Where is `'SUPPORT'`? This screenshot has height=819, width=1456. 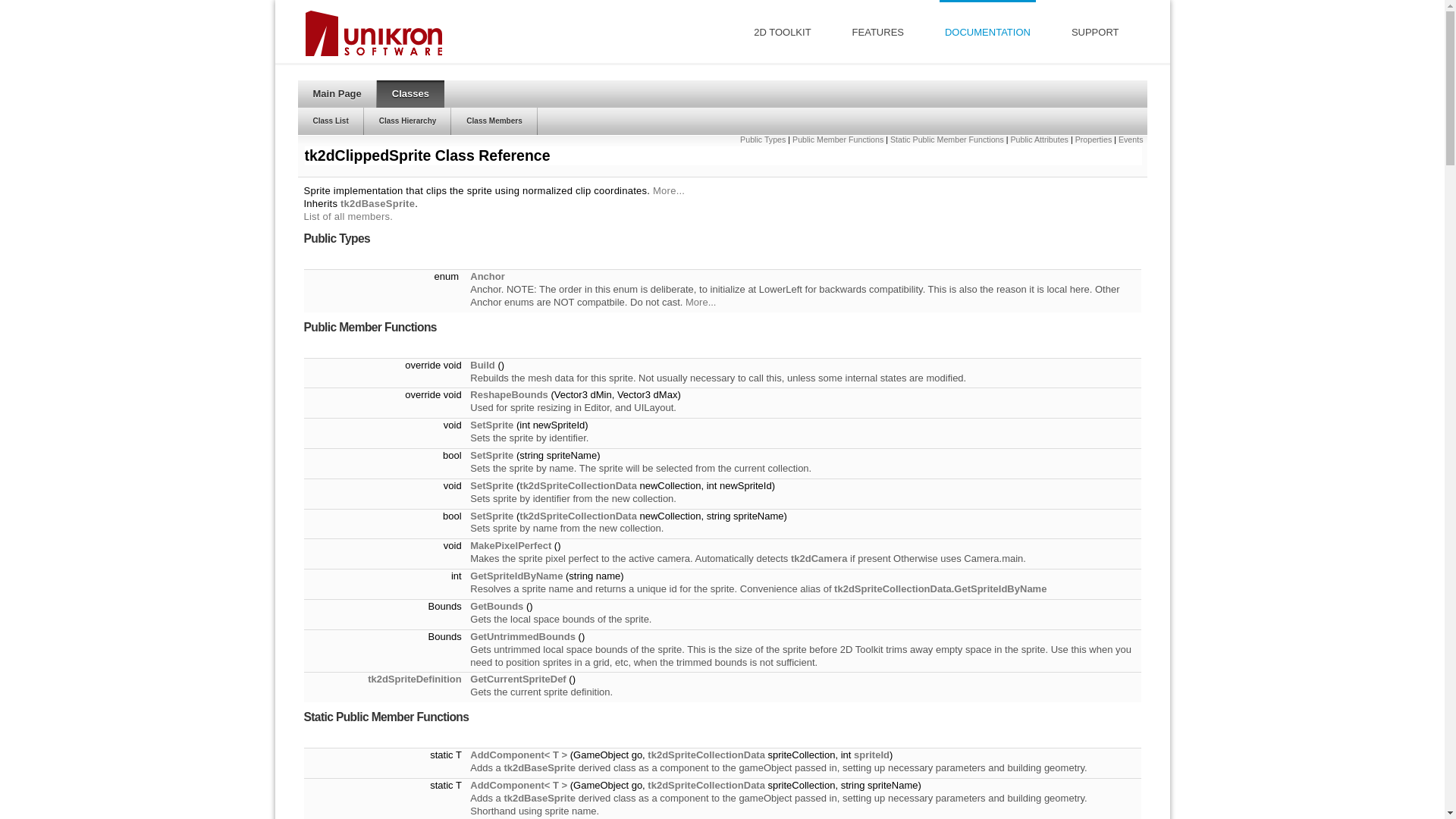
'SUPPORT' is located at coordinates (1095, 31).